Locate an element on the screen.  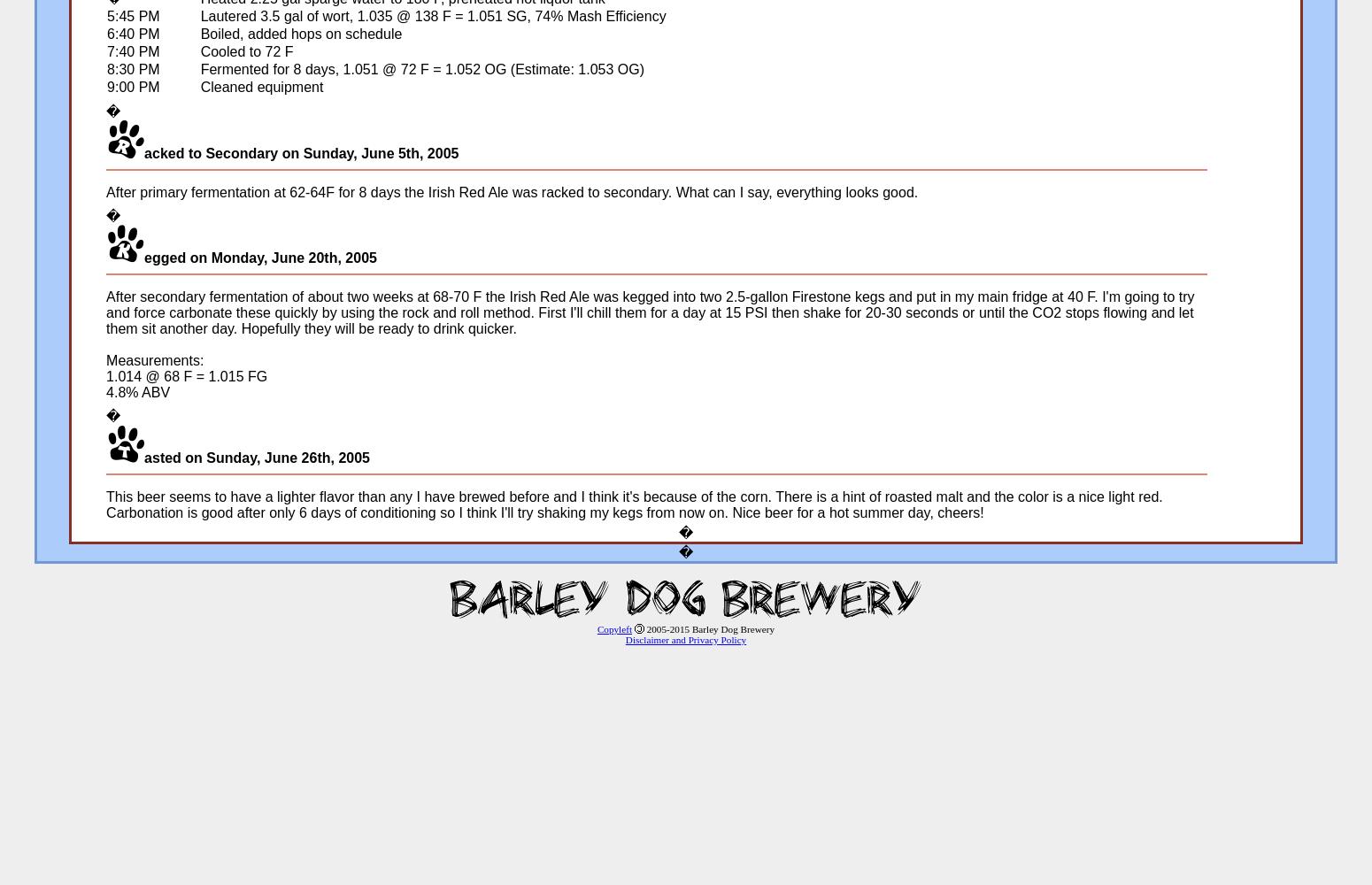
'acked to Secondary on Sunday, June 5th, 2005' is located at coordinates (143, 153).